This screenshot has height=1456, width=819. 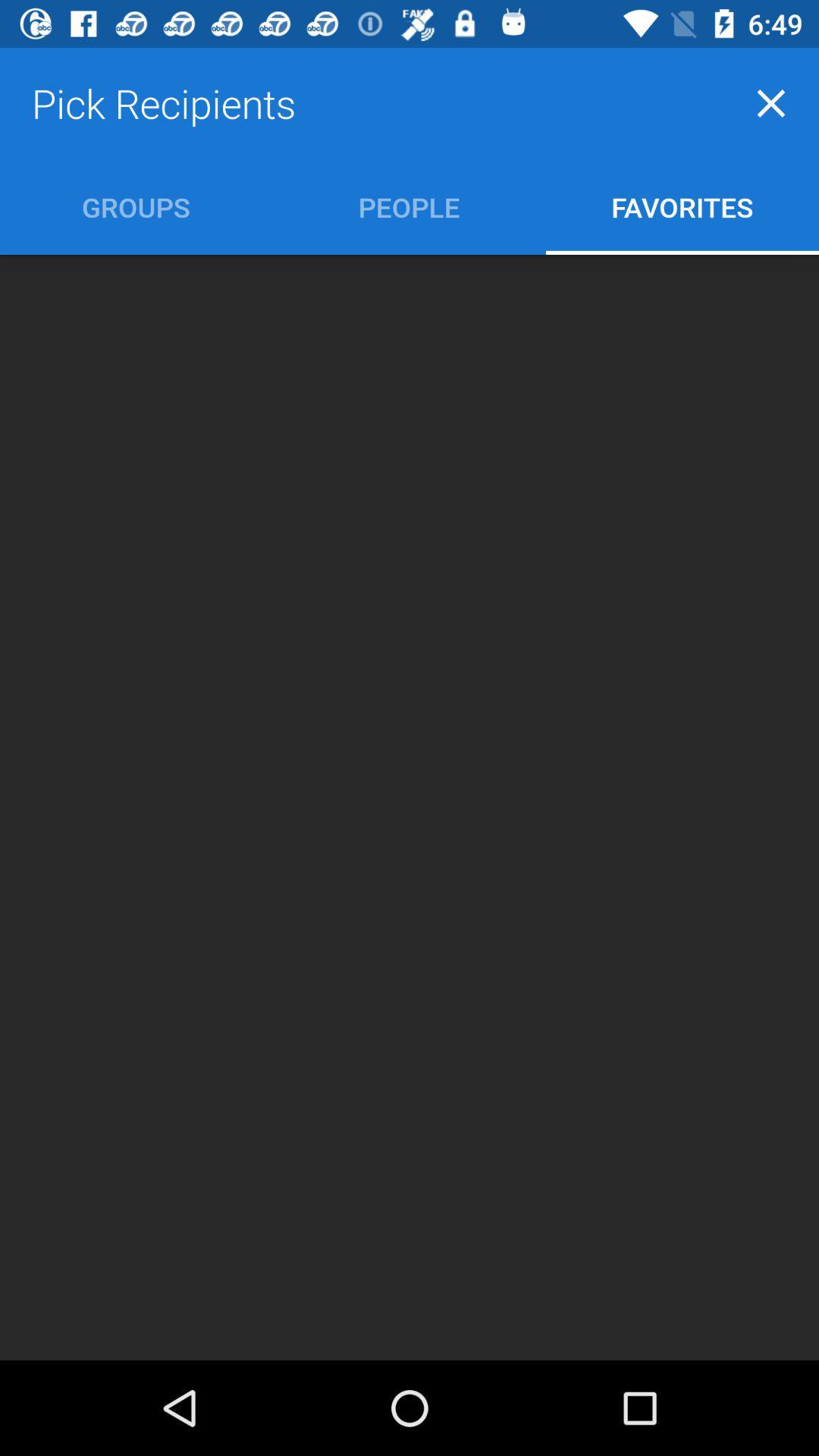 I want to click on the close icon, so click(x=771, y=102).